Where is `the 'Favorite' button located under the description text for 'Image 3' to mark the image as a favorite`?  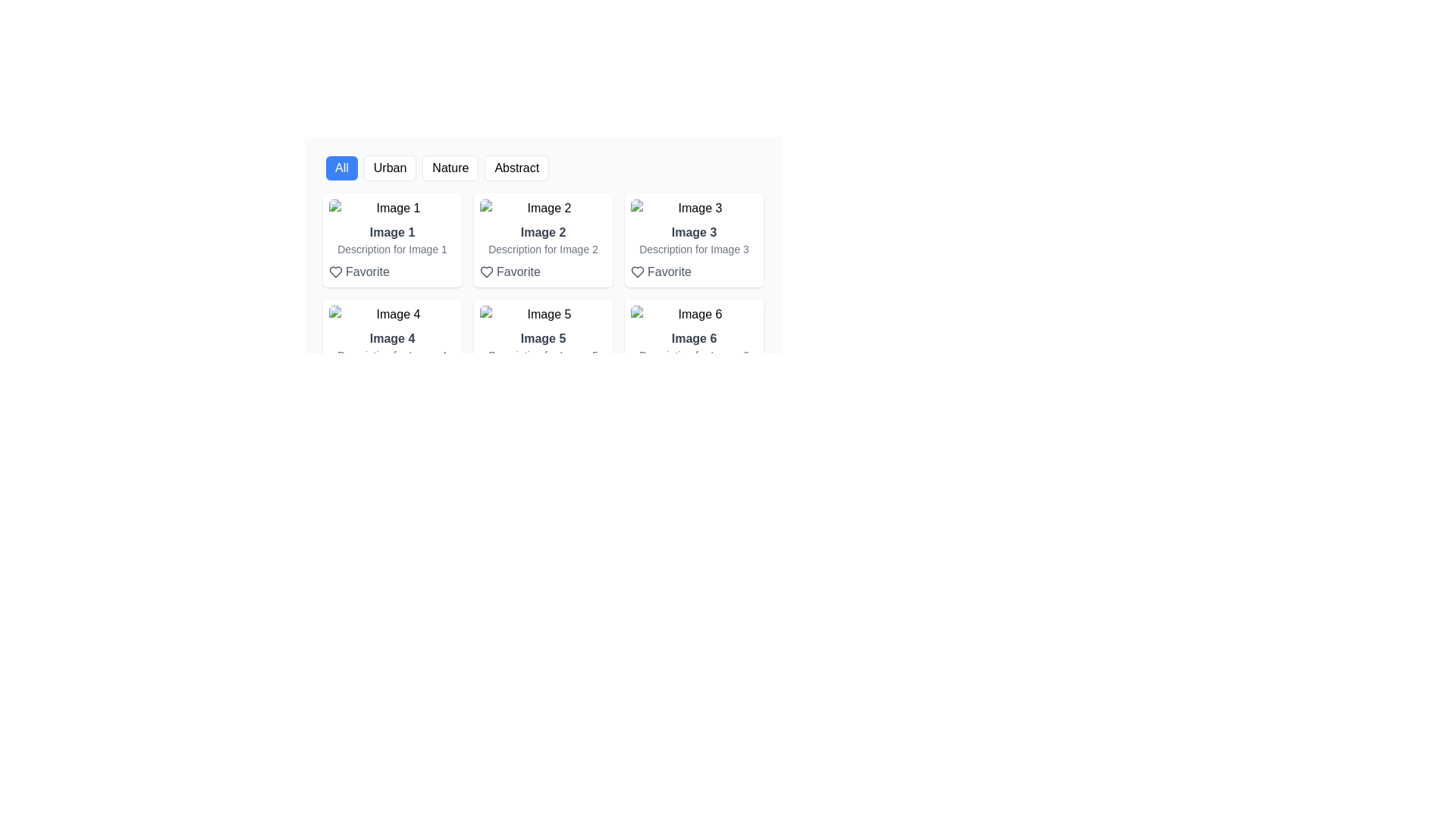 the 'Favorite' button located under the description text for 'Image 3' to mark the image as a favorite is located at coordinates (661, 271).